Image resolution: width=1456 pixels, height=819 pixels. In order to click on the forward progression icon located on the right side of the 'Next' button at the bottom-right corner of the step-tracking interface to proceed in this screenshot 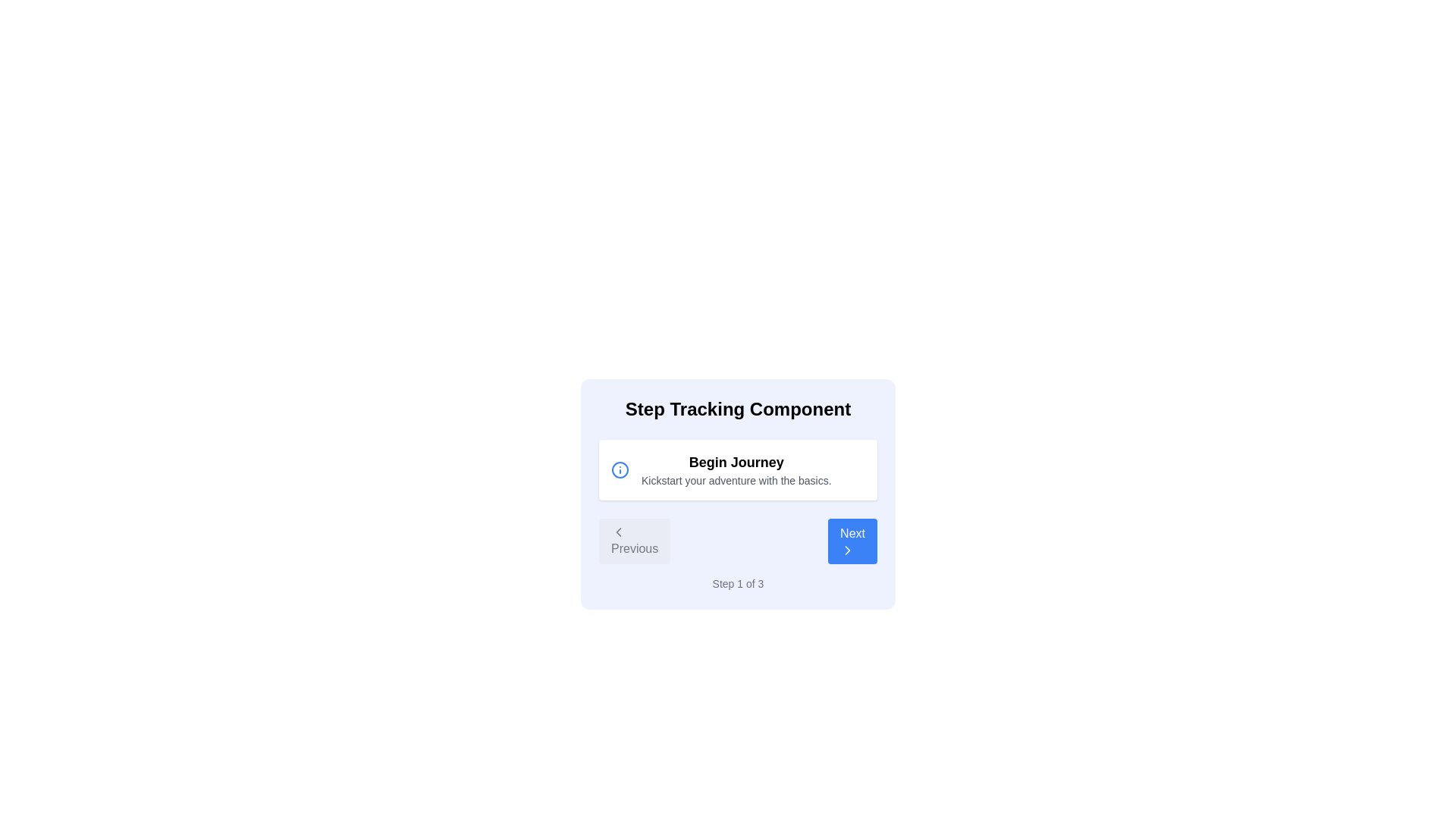, I will do `click(847, 550)`.